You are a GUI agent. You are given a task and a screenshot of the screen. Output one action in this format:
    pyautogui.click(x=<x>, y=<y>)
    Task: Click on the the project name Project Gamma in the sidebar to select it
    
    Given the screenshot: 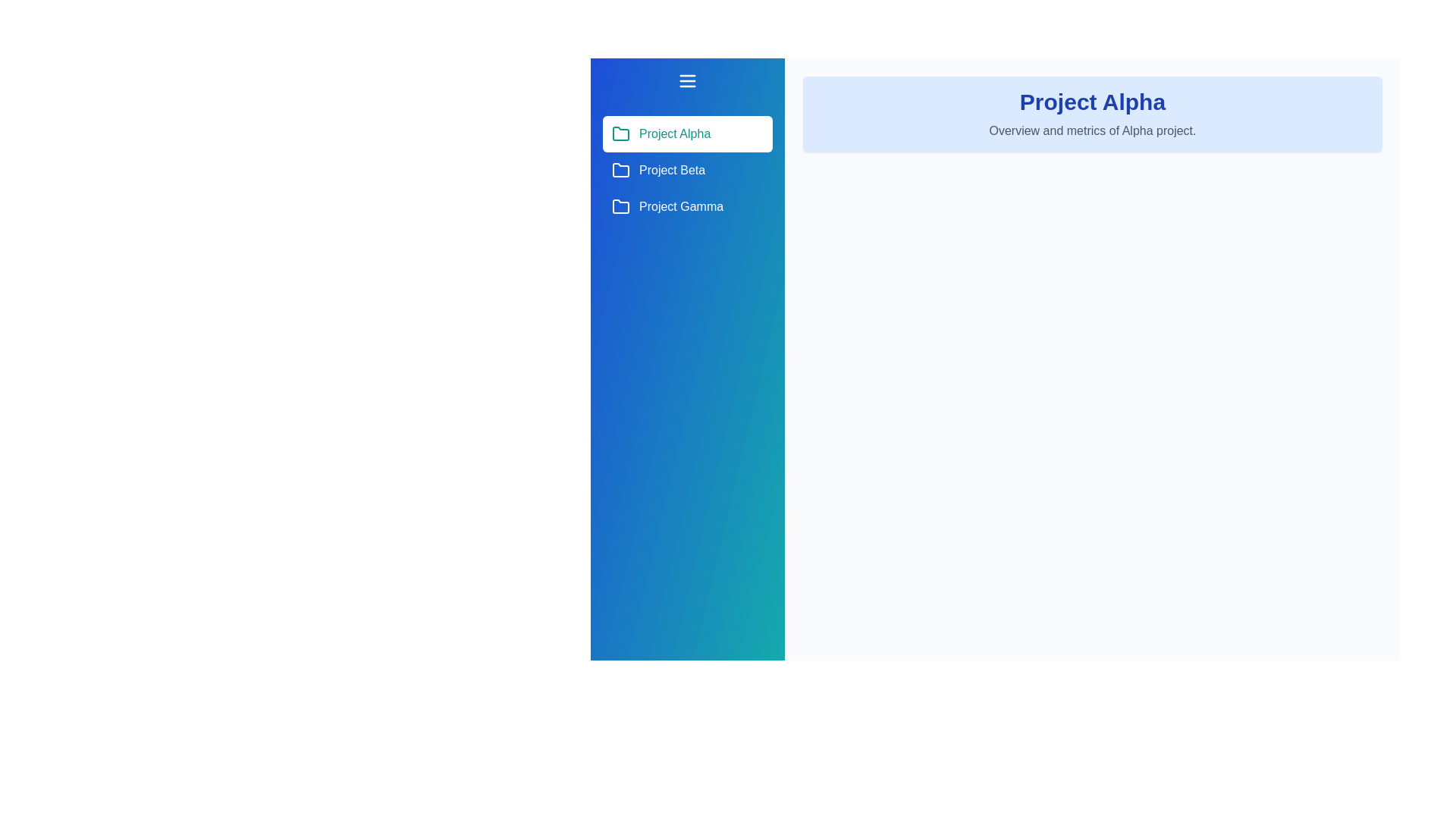 What is the action you would take?
    pyautogui.click(x=687, y=207)
    